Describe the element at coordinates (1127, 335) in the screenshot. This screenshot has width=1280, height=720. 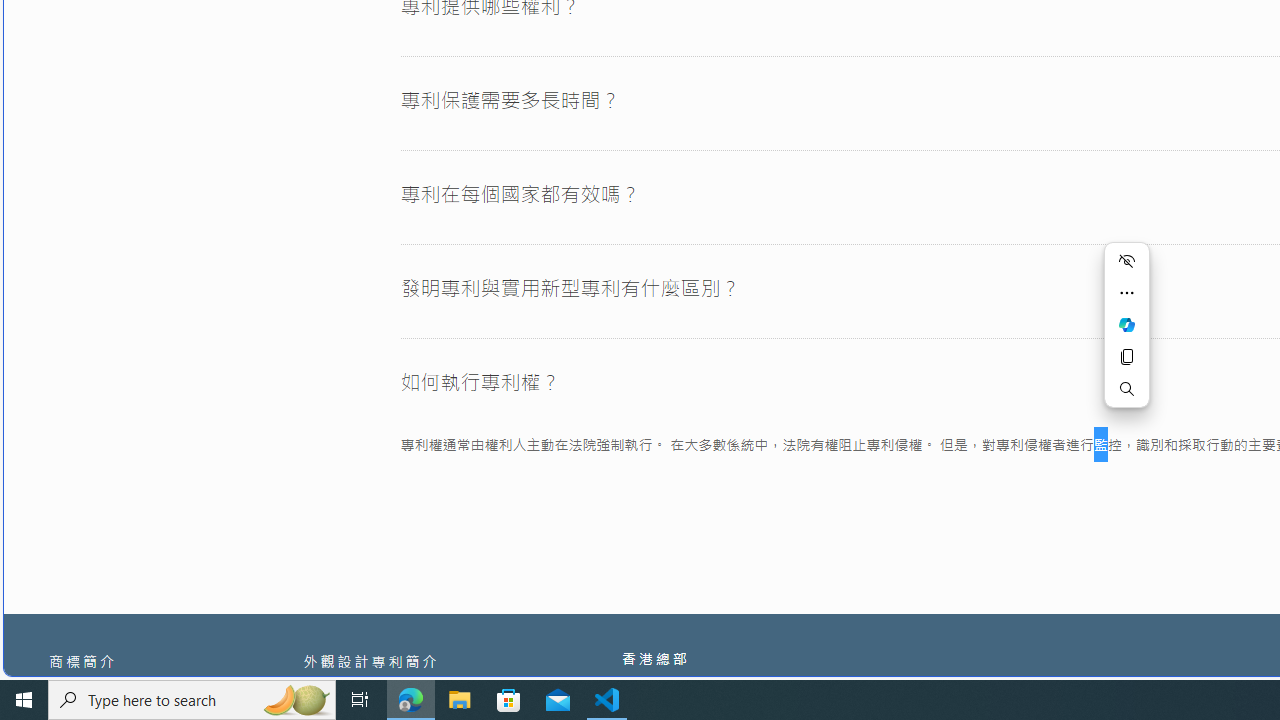
I see `'Mini menu on text selection'` at that location.